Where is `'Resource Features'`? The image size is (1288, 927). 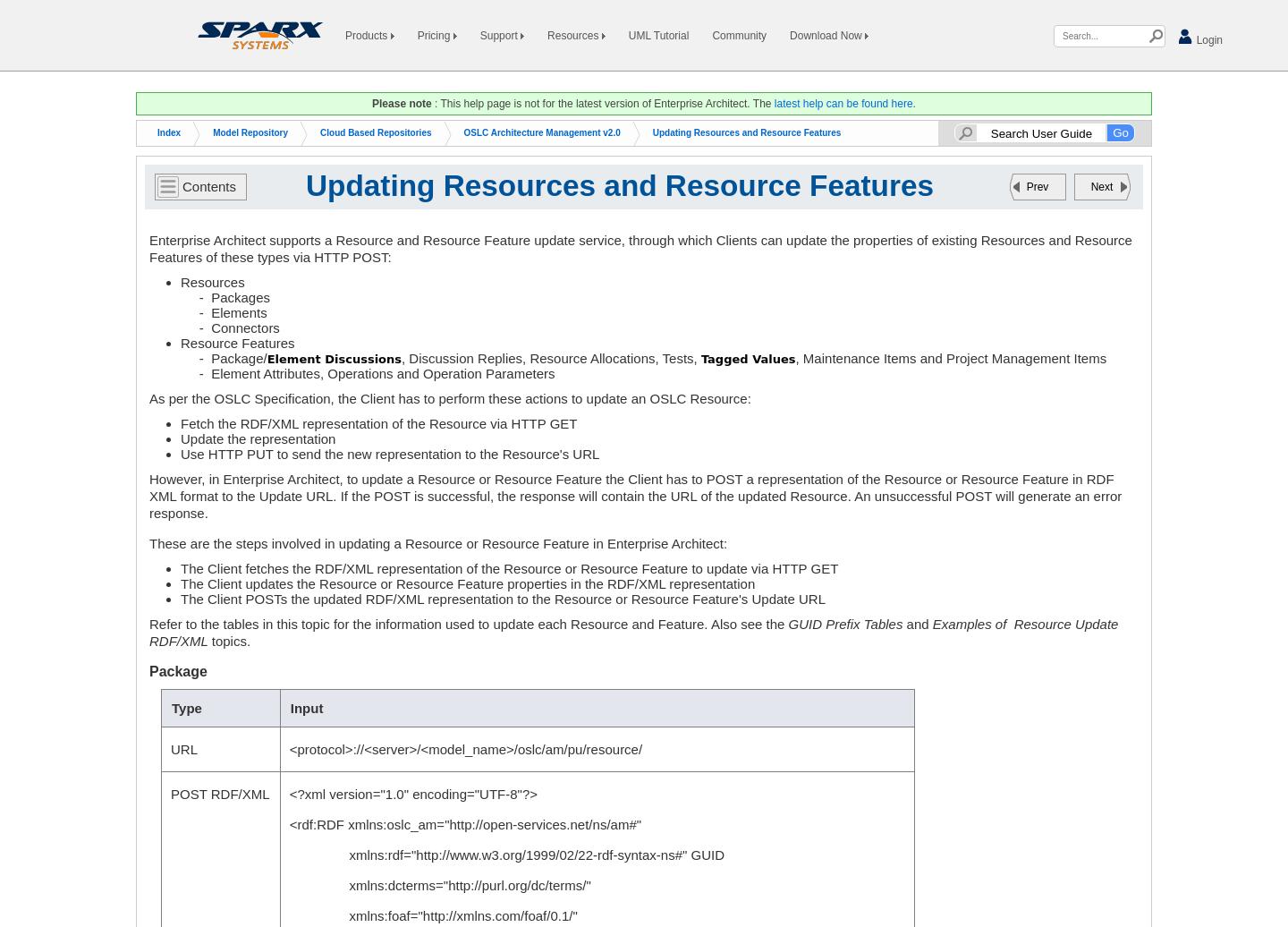 'Resource Features' is located at coordinates (236, 343).